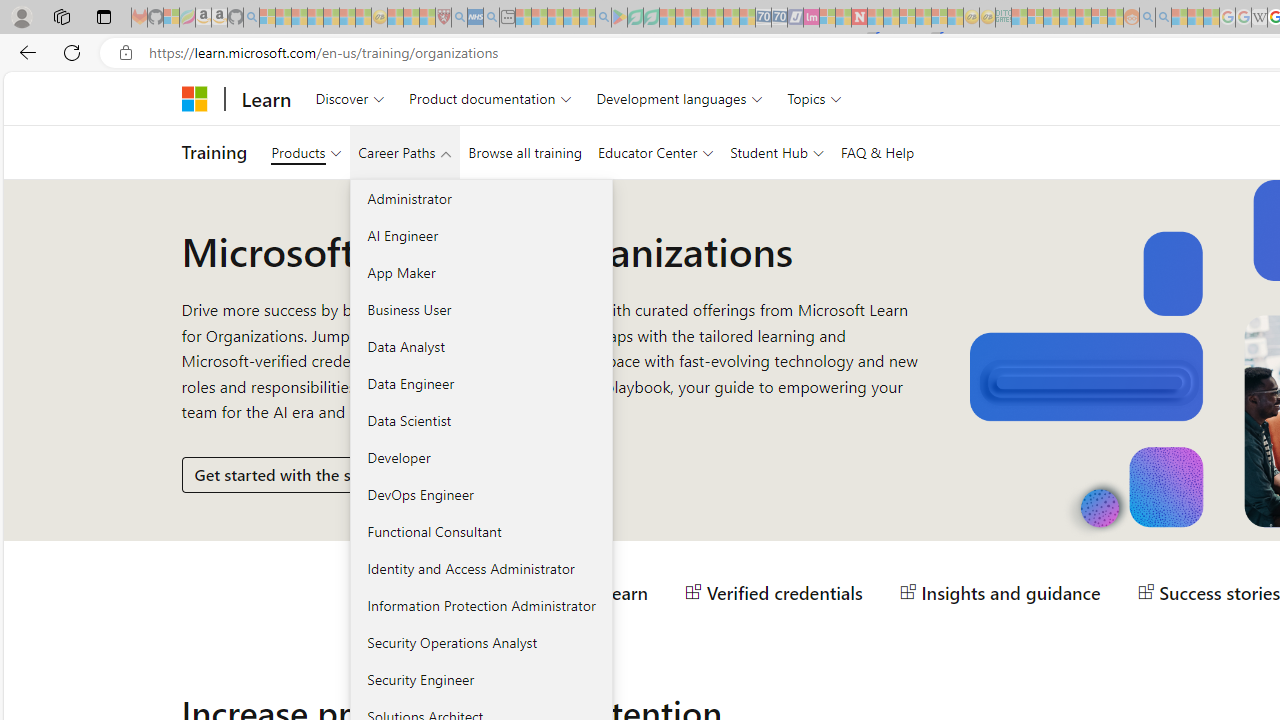  Describe the element at coordinates (305, 151) in the screenshot. I see `'Products'` at that location.